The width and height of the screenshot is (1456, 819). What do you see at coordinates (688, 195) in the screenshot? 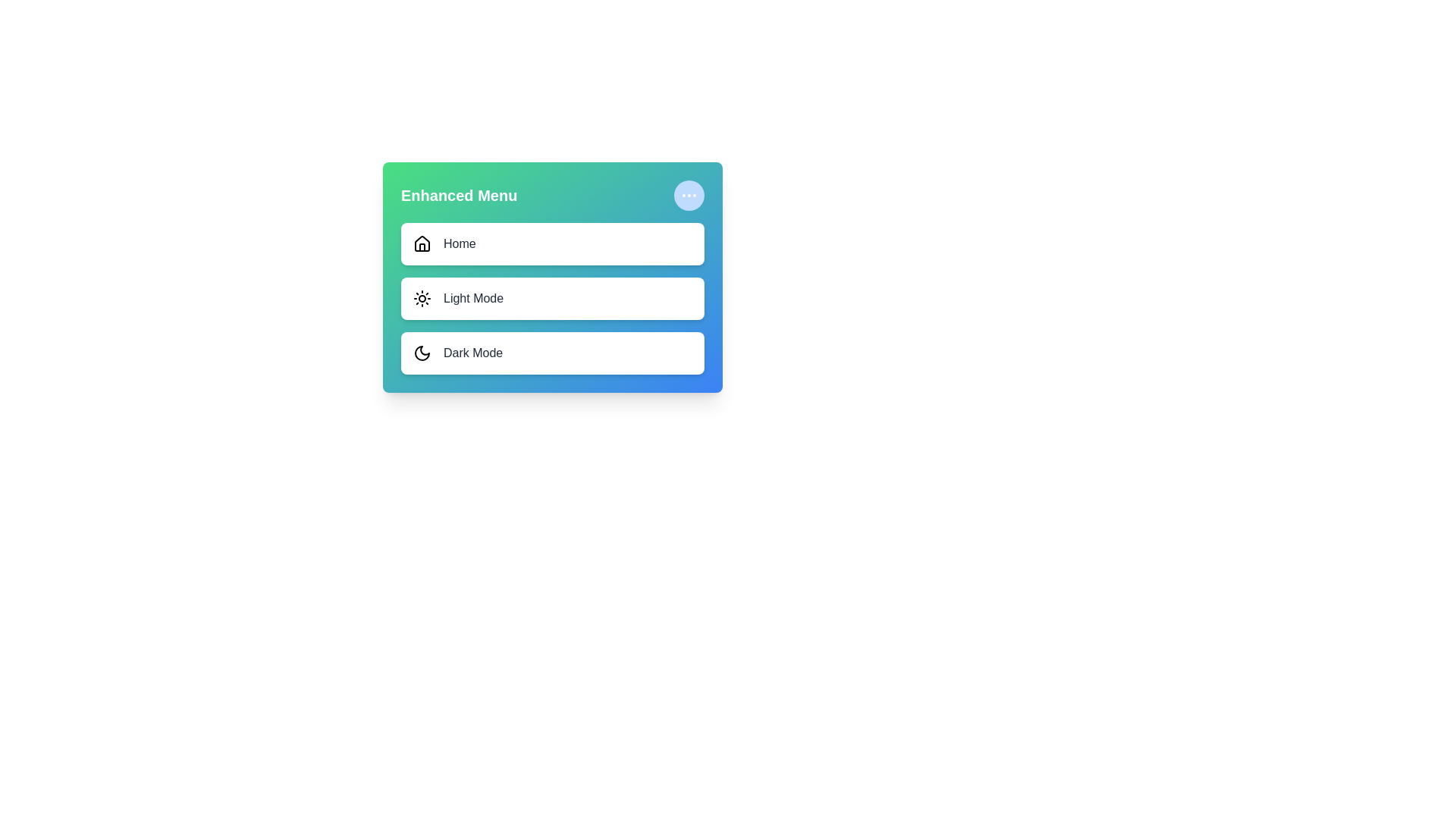
I see `the expand/collapse button to toggle the menu visibility` at bounding box center [688, 195].